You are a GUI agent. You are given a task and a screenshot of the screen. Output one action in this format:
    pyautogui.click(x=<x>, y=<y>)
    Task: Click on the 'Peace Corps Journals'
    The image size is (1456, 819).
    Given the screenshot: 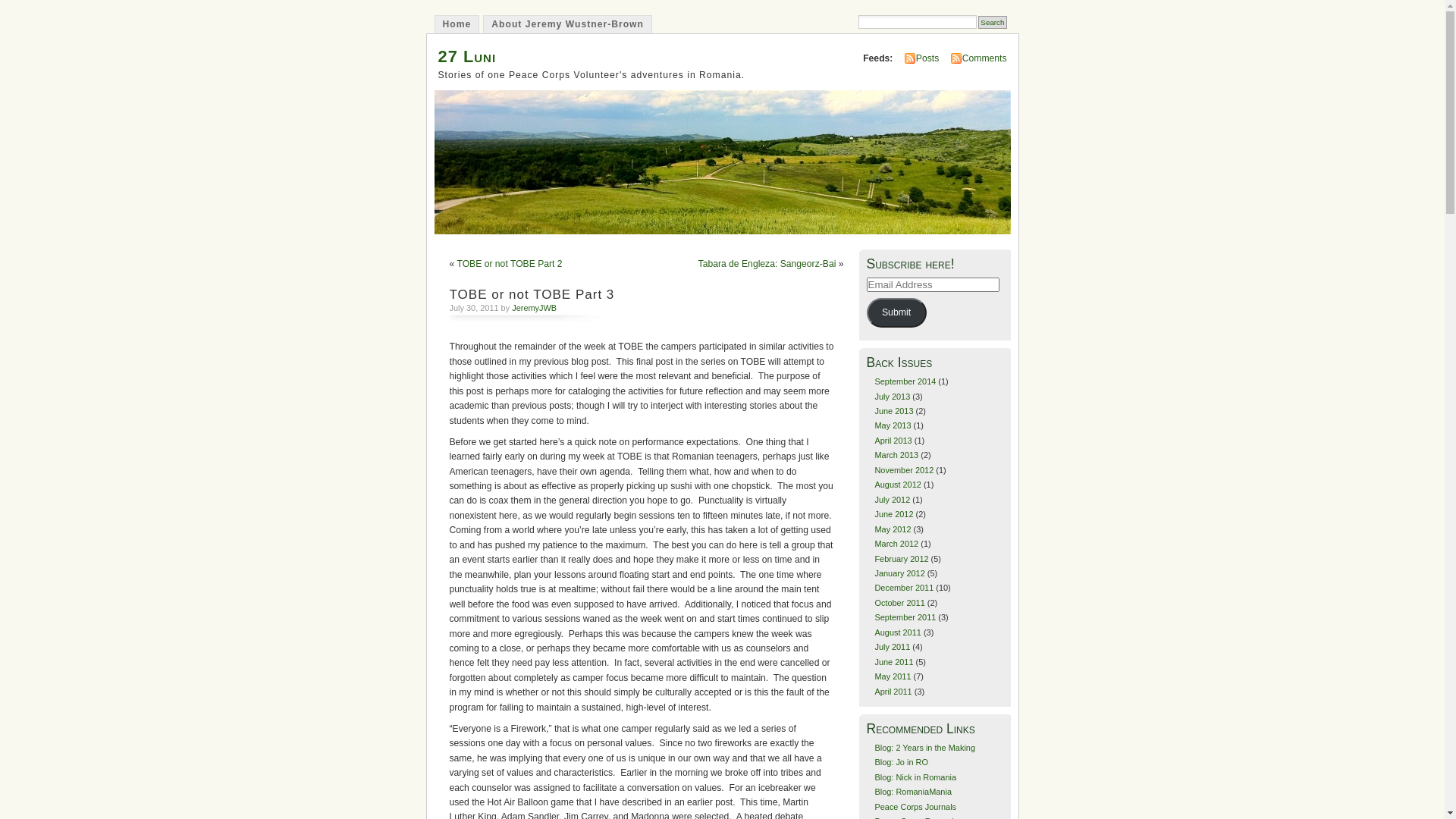 What is the action you would take?
    pyautogui.click(x=914, y=806)
    